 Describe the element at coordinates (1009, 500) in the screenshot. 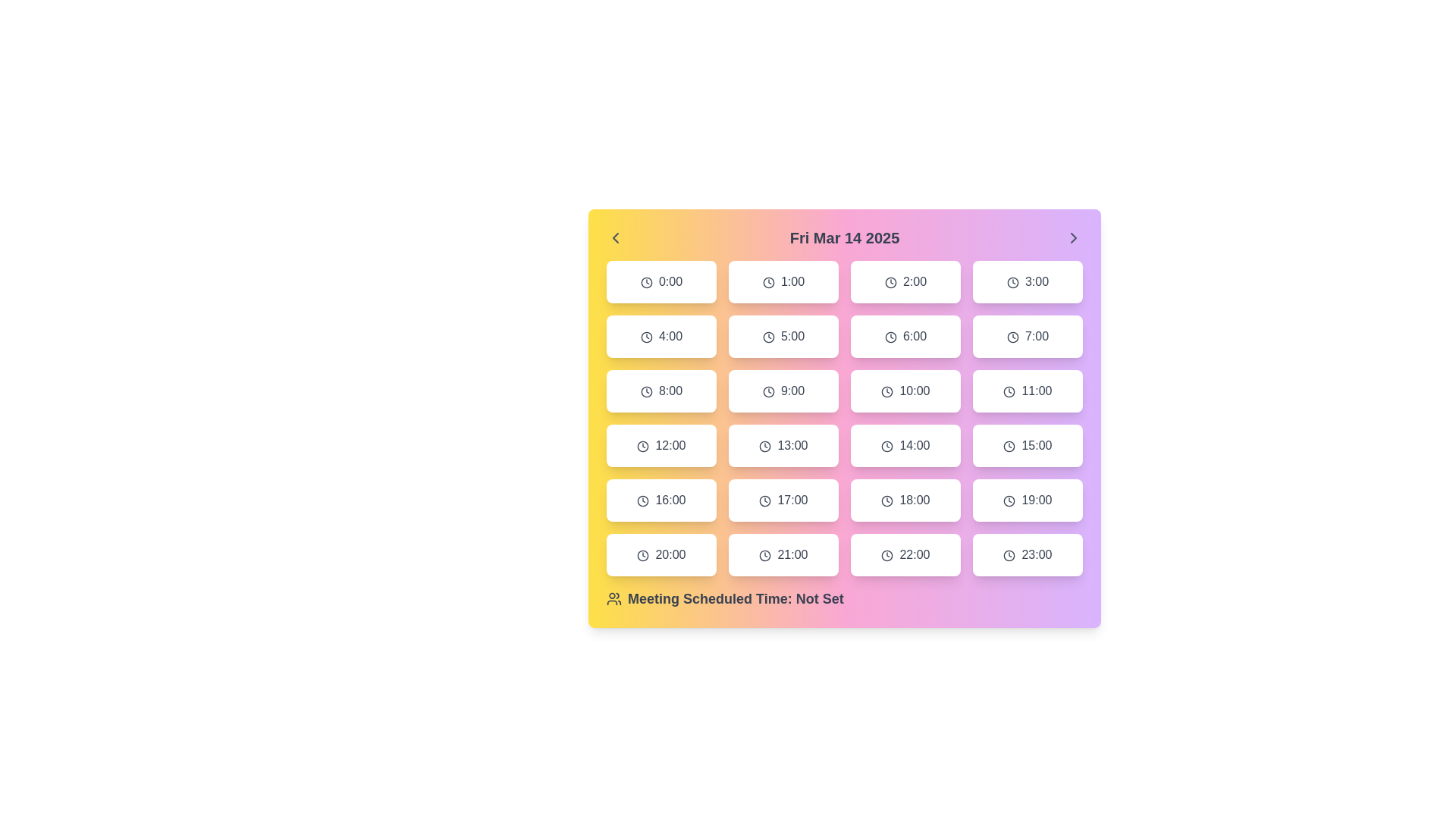

I see `the Circle element within the SVG Clock Icon associated with the time slot labeled '19:00' in the timing grid interface` at that location.